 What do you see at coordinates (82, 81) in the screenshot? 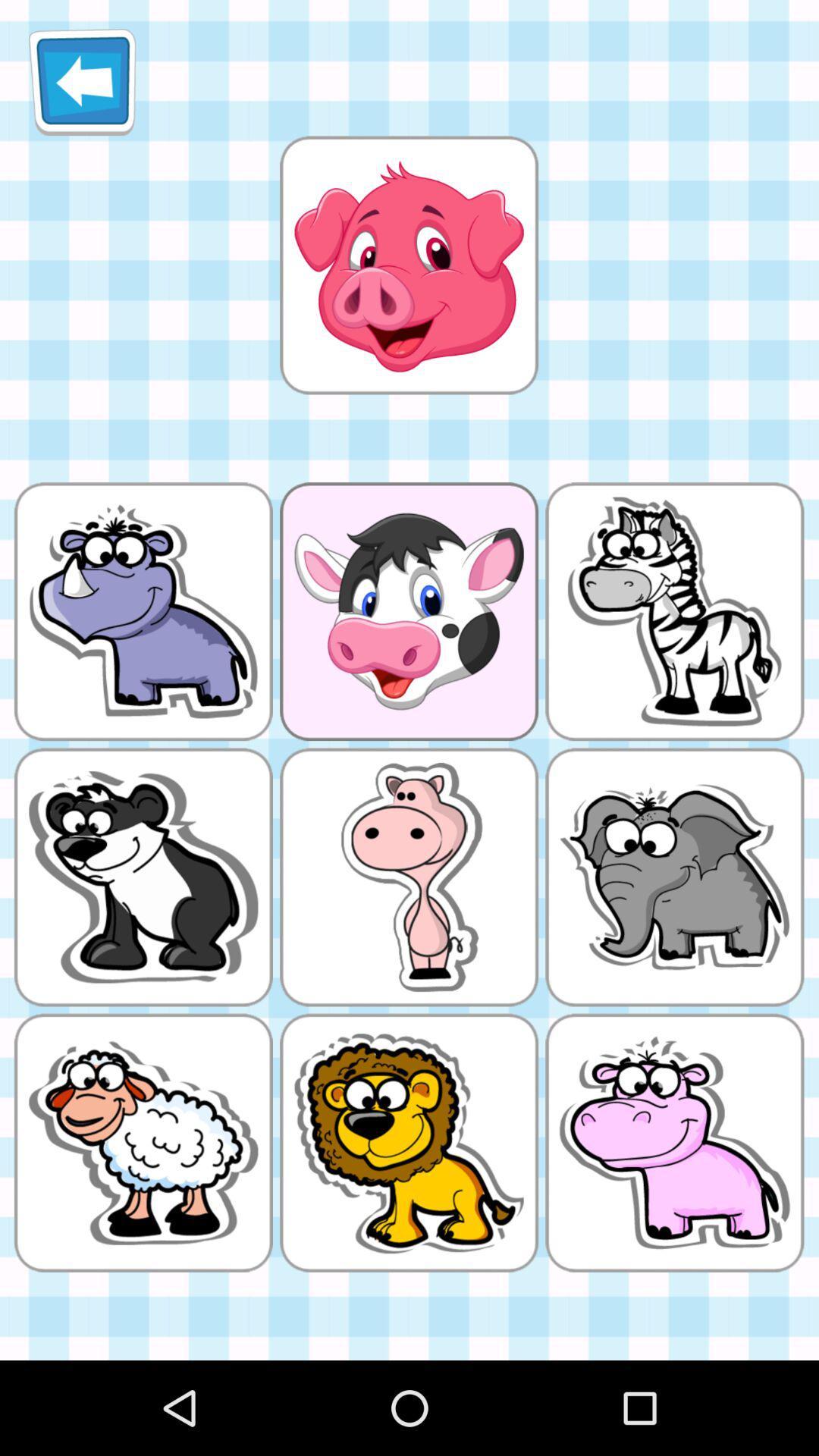
I see `go back` at bounding box center [82, 81].